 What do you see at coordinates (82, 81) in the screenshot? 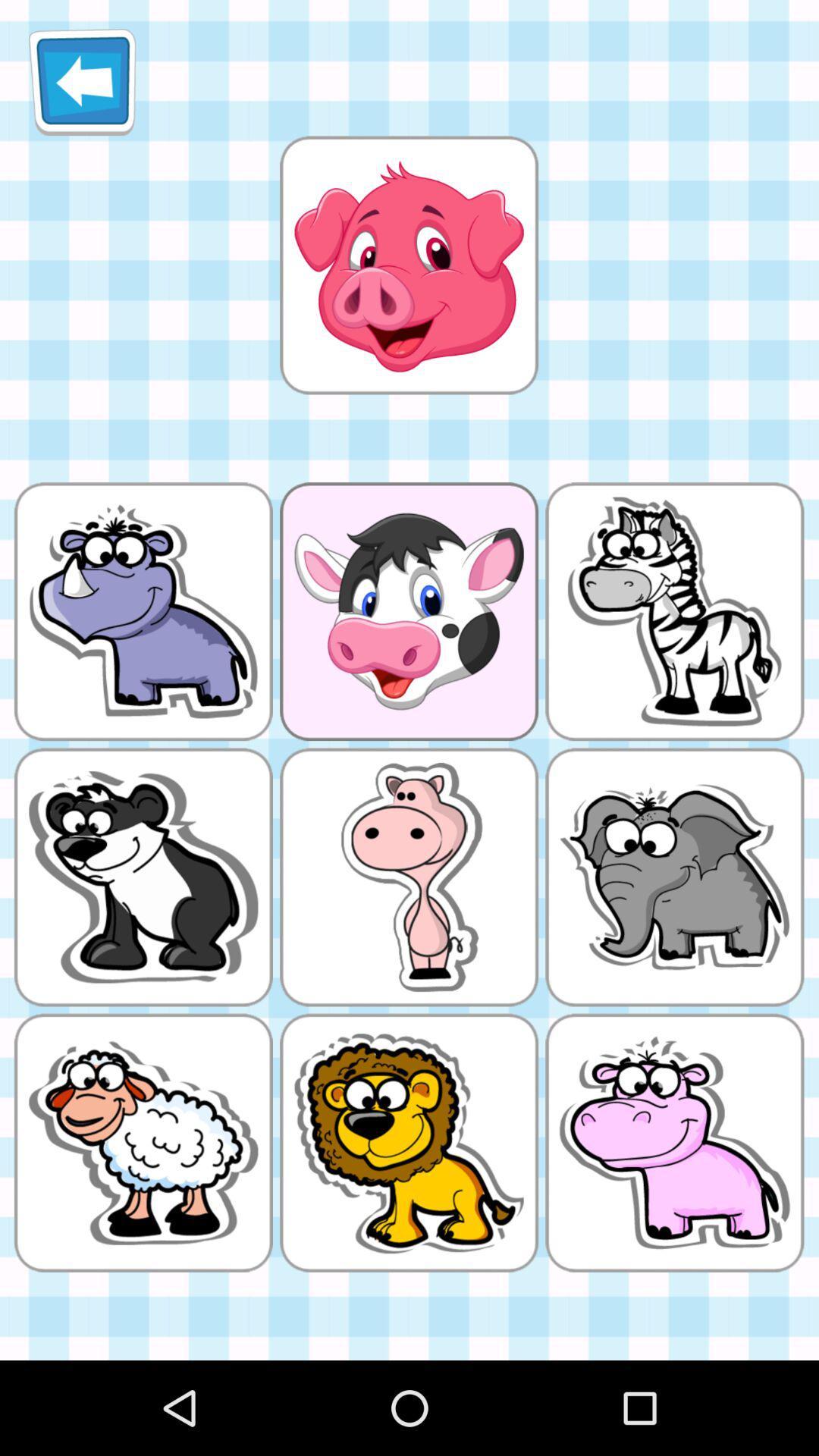
I see `go back` at bounding box center [82, 81].